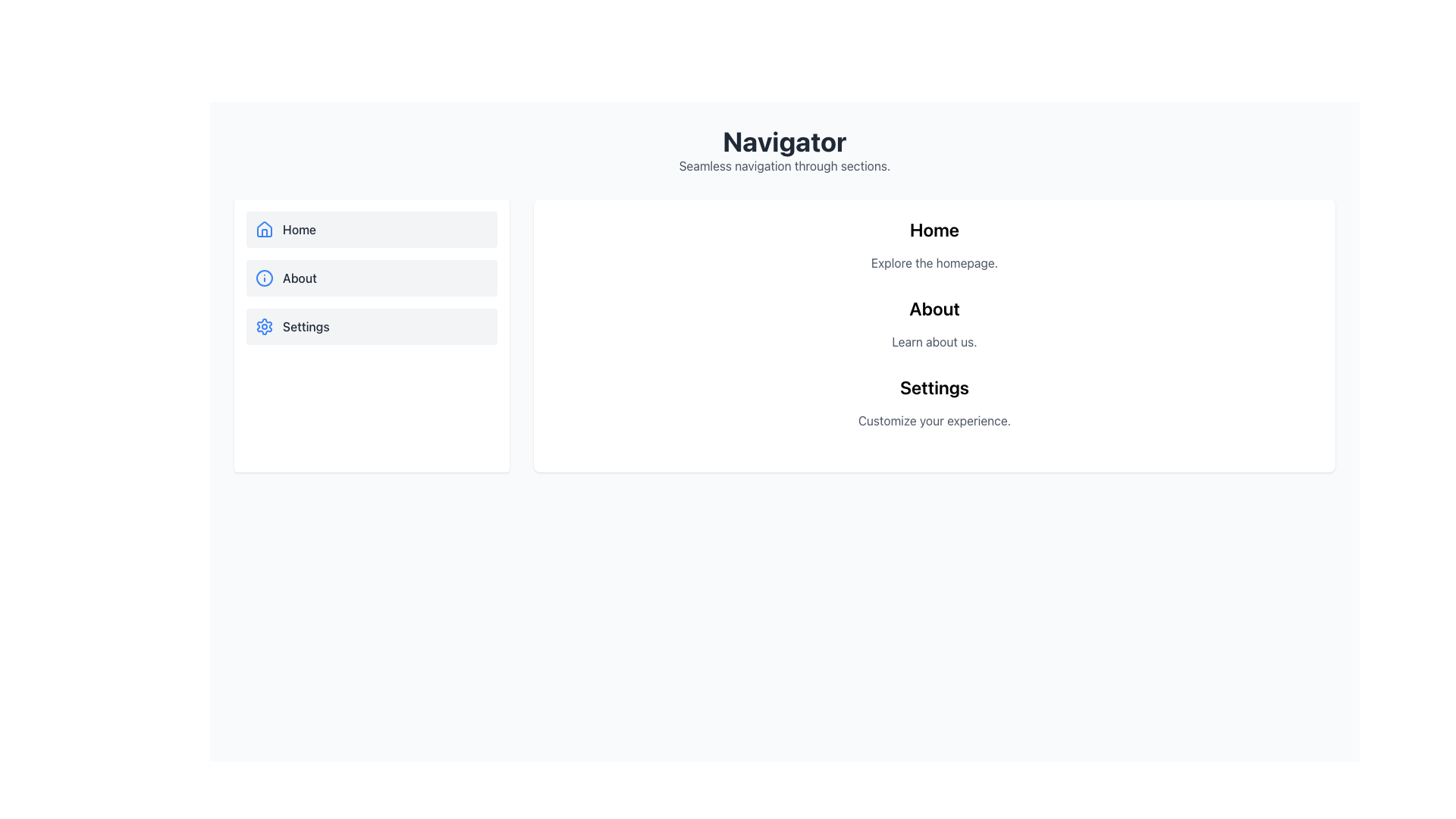 This screenshot has height=819, width=1456. What do you see at coordinates (934, 342) in the screenshot?
I see `the text element that reads 'Learn about us.' which is styled in gray and located in the 'About' section, below the heading 'About'` at bounding box center [934, 342].